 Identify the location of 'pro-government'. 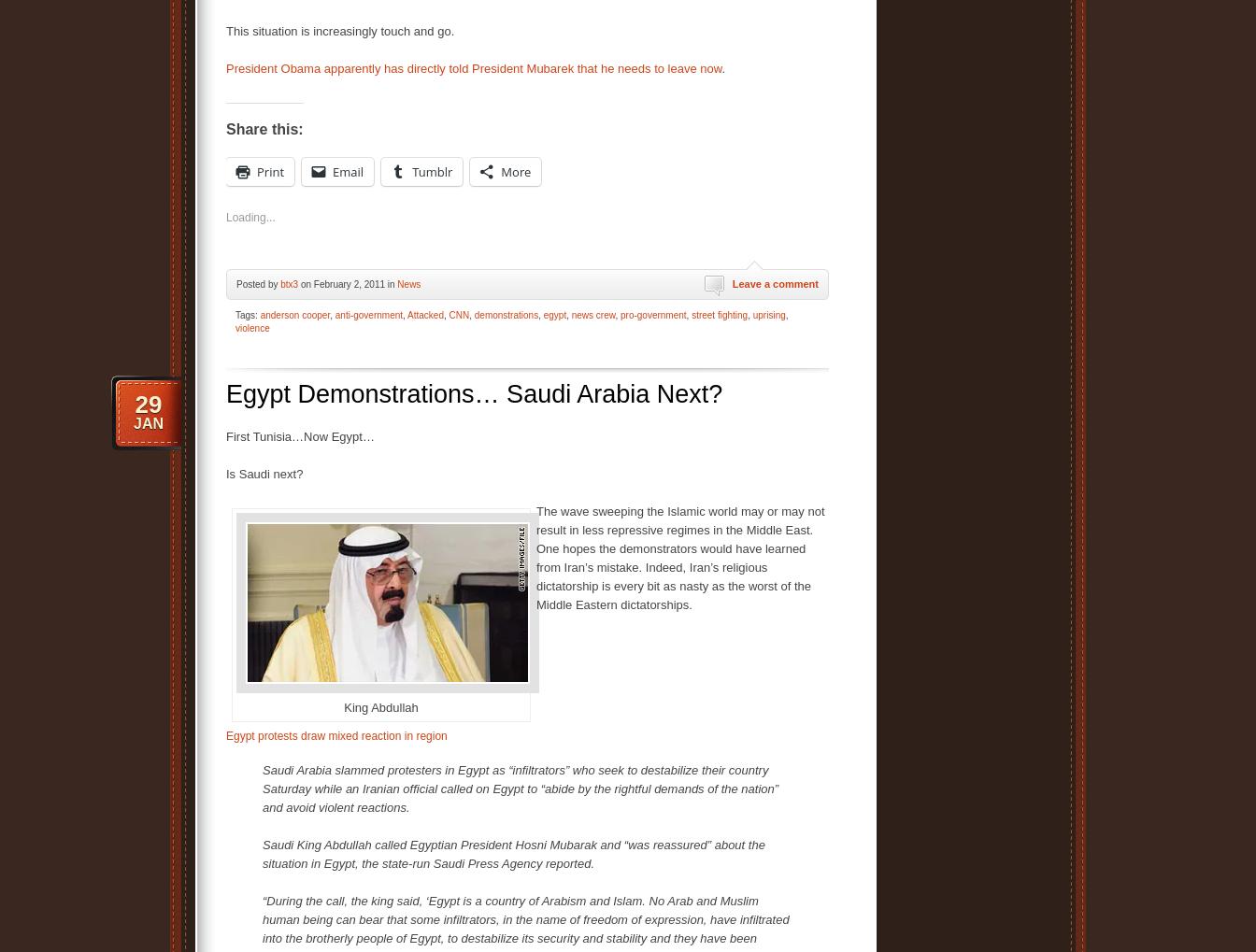
(652, 315).